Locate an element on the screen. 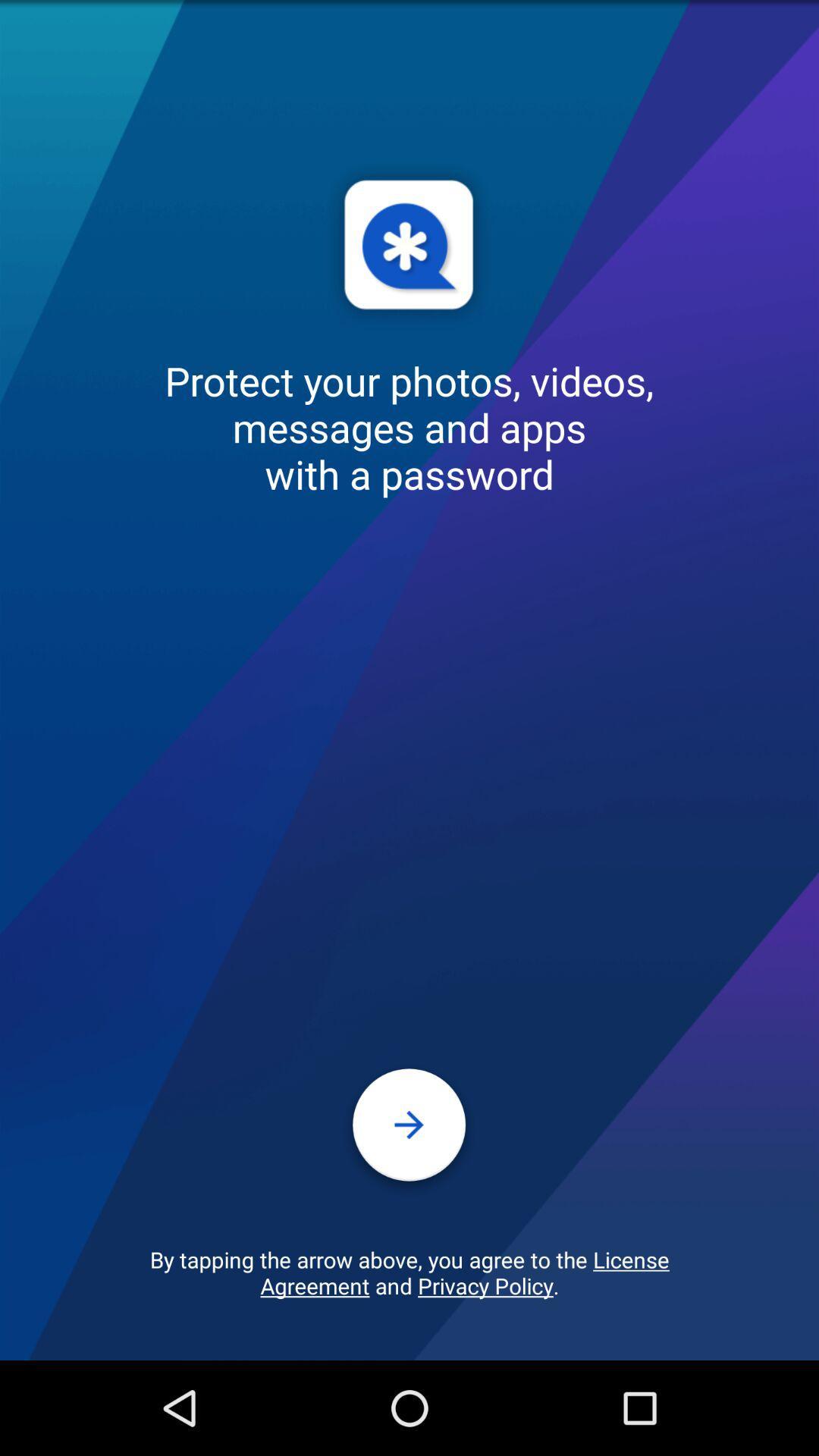 Image resolution: width=819 pixels, height=1456 pixels. the arrow_forward icon is located at coordinates (408, 1210).